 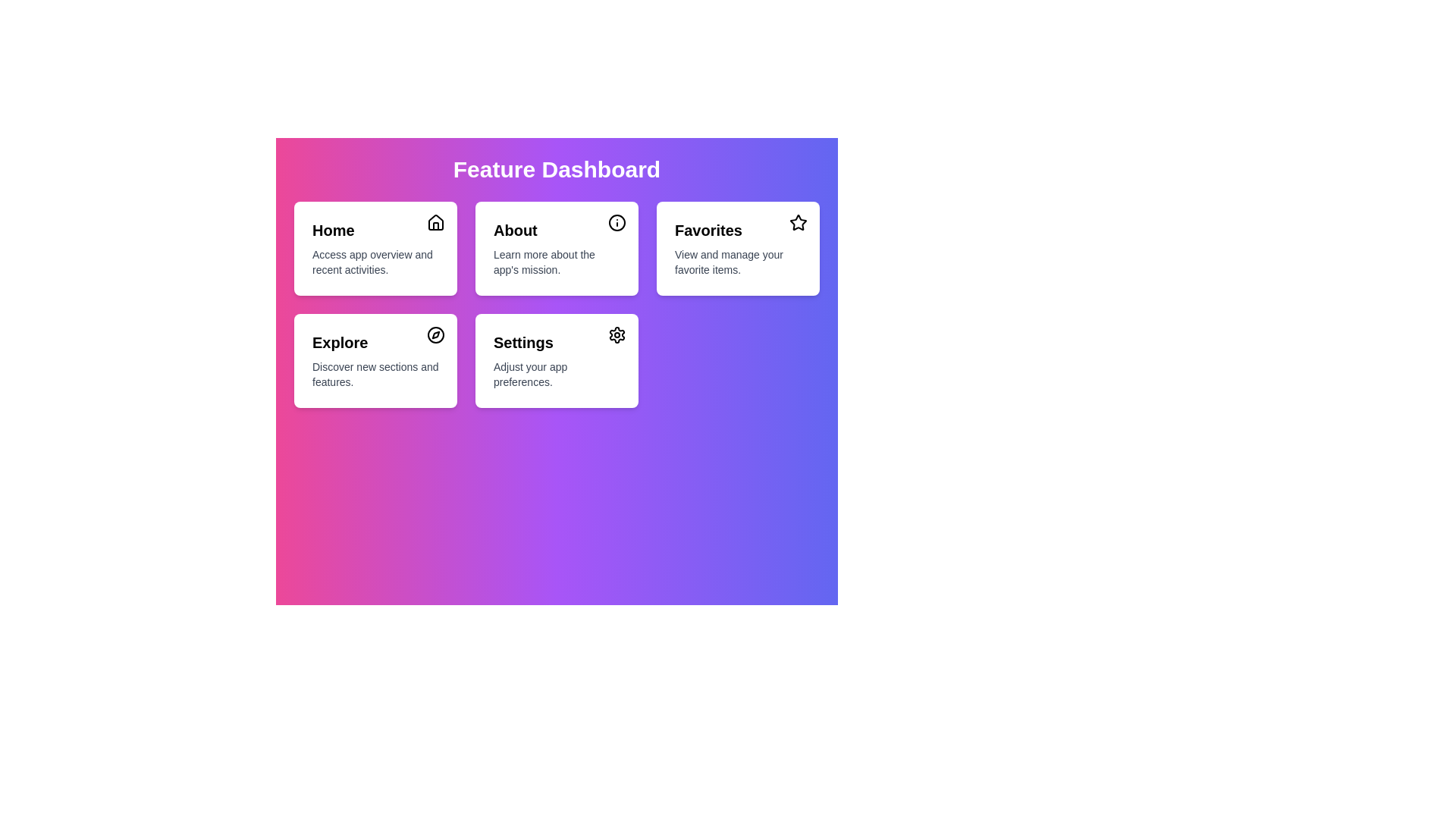 What do you see at coordinates (556, 360) in the screenshot?
I see `the menu item Settings to see its hover effect` at bounding box center [556, 360].